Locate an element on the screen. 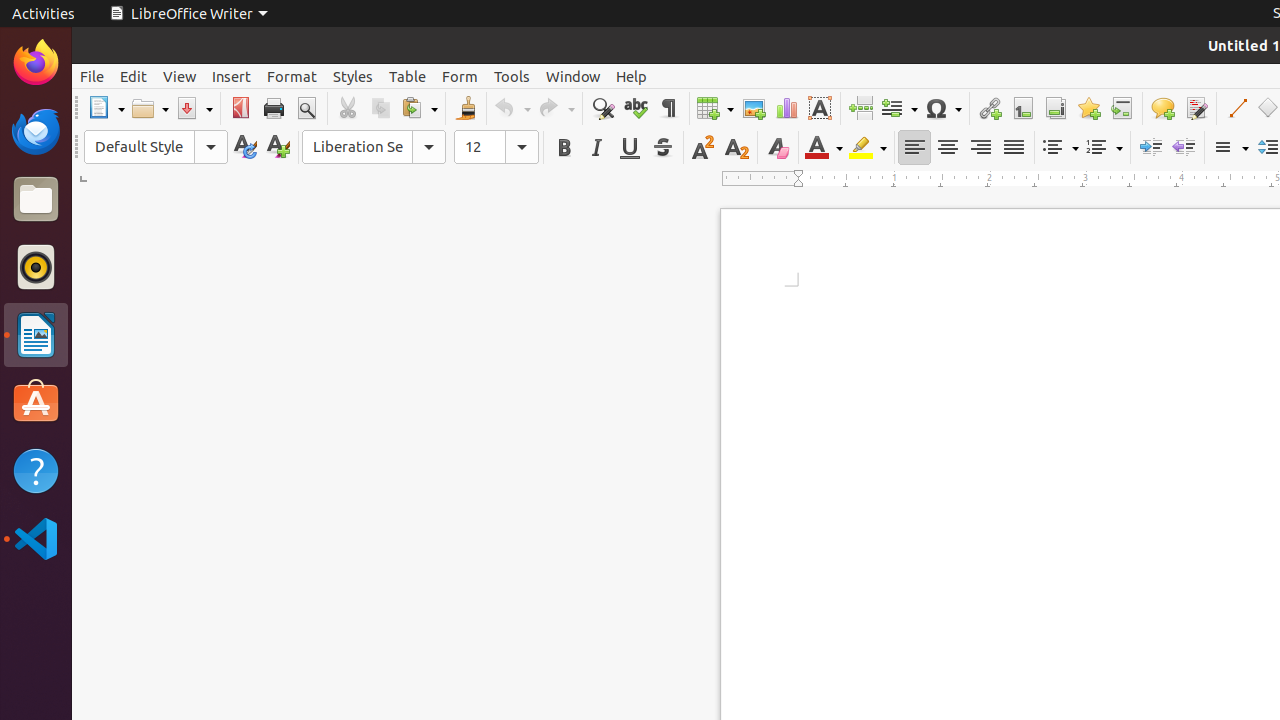 The height and width of the screenshot is (720, 1280). 'Left' is located at coordinates (913, 146).